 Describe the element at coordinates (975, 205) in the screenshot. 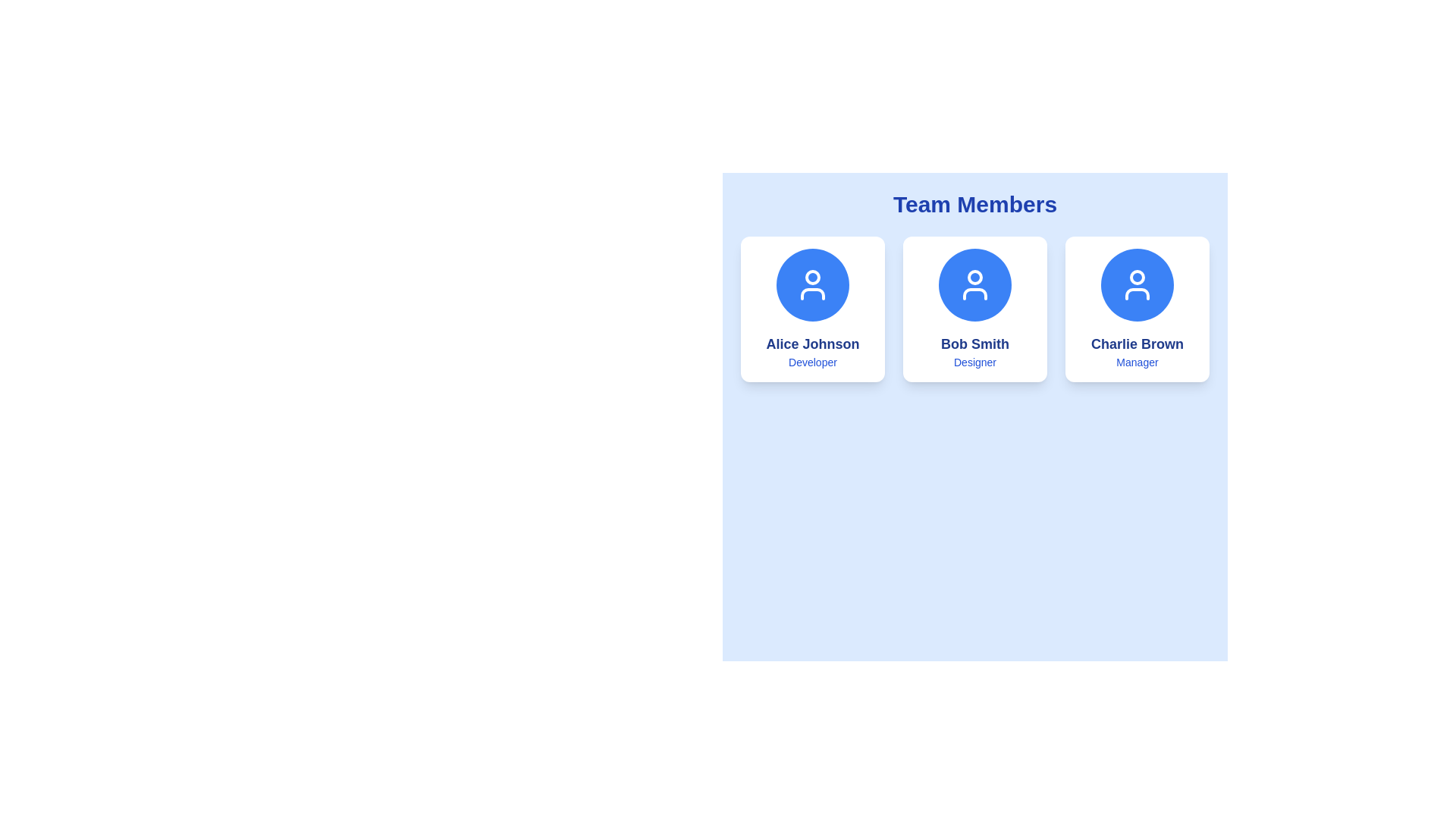

I see `the Text label indicating 'Team Members' at the top of the section with a light blue background` at that location.